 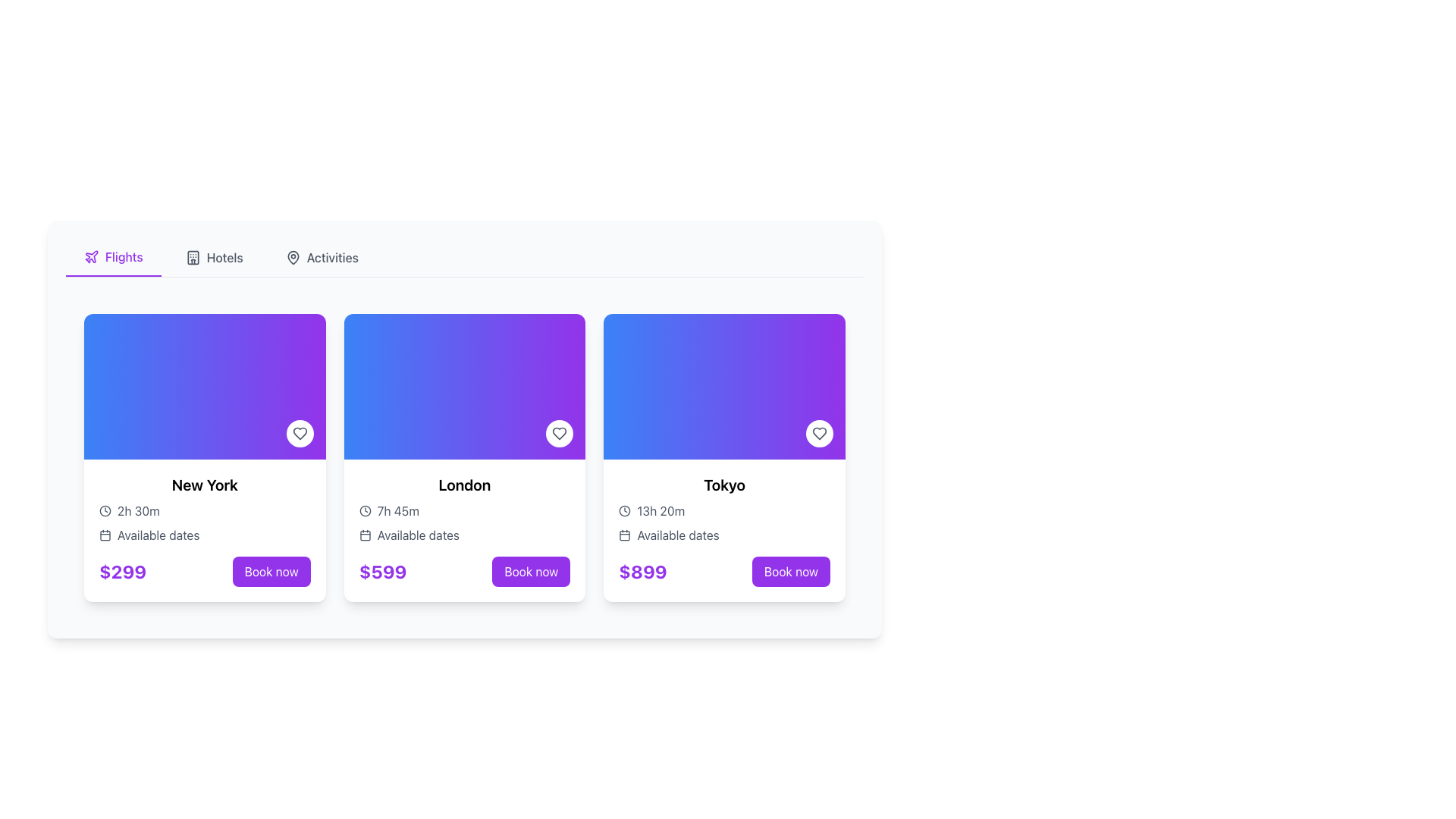 What do you see at coordinates (365, 511) in the screenshot?
I see `the Clock icon located within the 'London' card, positioned to the left of the text '7h 45m'` at bounding box center [365, 511].